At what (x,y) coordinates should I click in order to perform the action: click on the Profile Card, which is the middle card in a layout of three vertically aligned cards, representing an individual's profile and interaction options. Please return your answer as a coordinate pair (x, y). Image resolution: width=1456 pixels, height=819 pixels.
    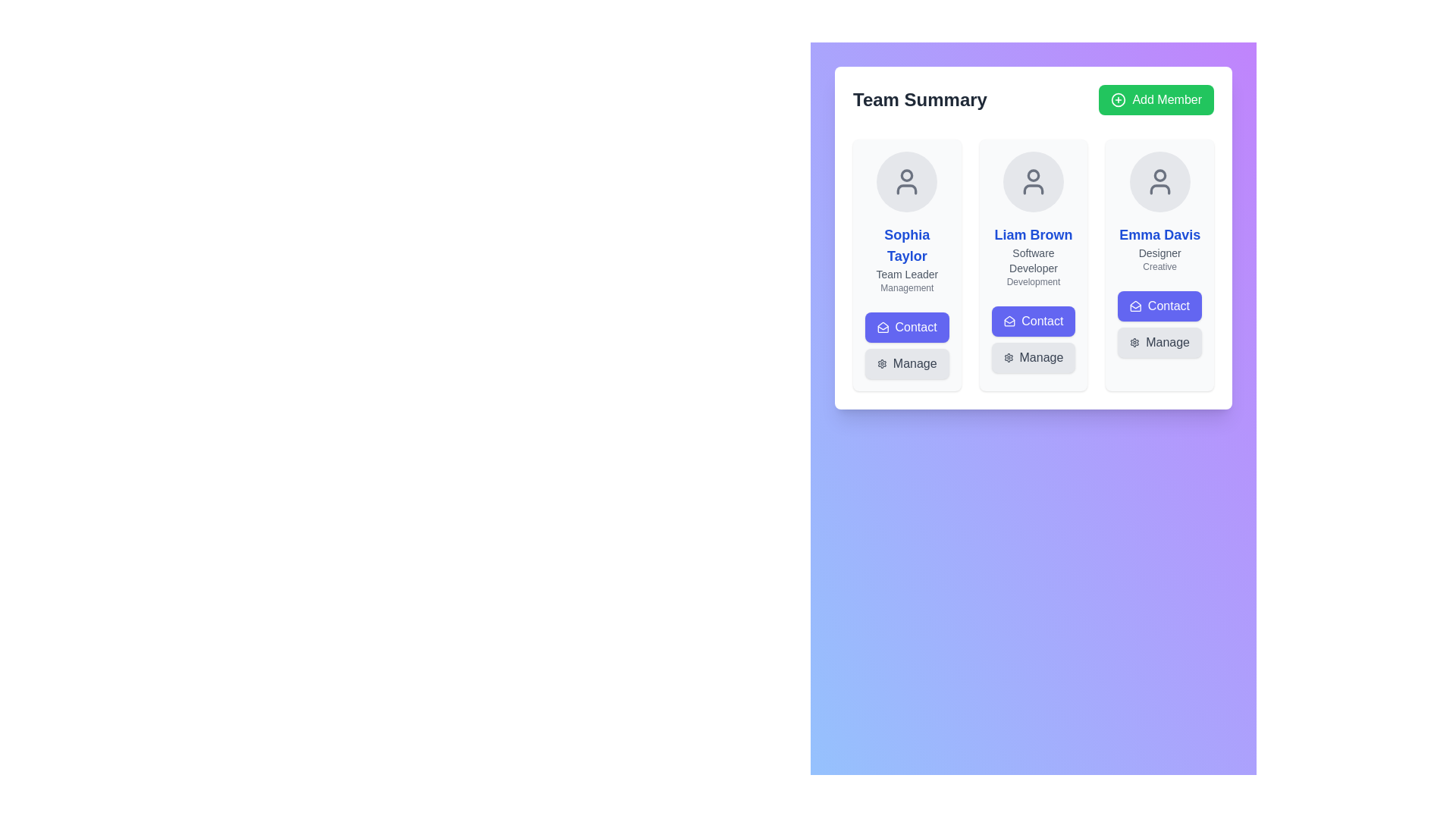
    Looking at the image, I should click on (1033, 262).